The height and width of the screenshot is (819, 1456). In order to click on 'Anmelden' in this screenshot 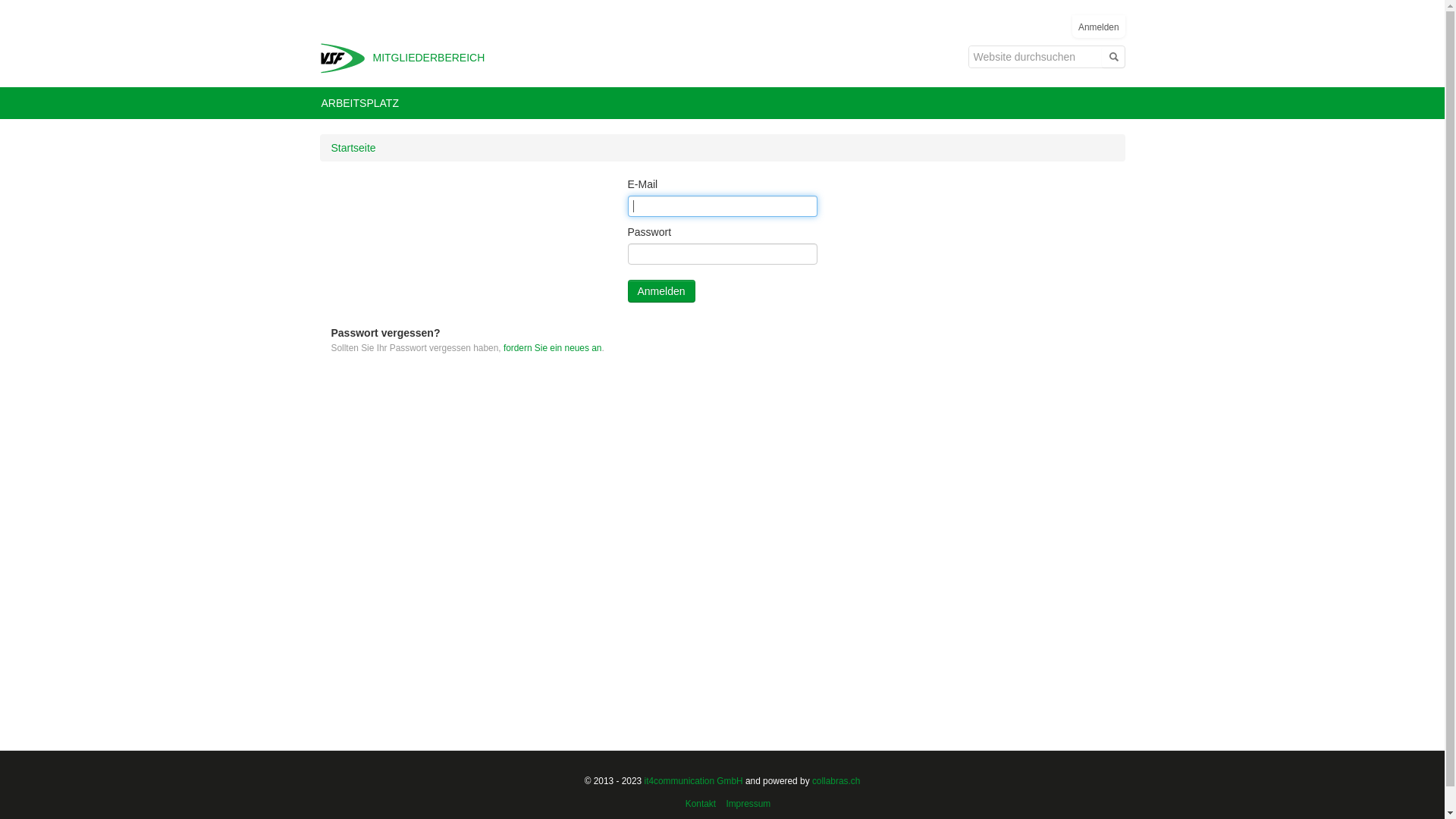, I will do `click(1099, 26)`.